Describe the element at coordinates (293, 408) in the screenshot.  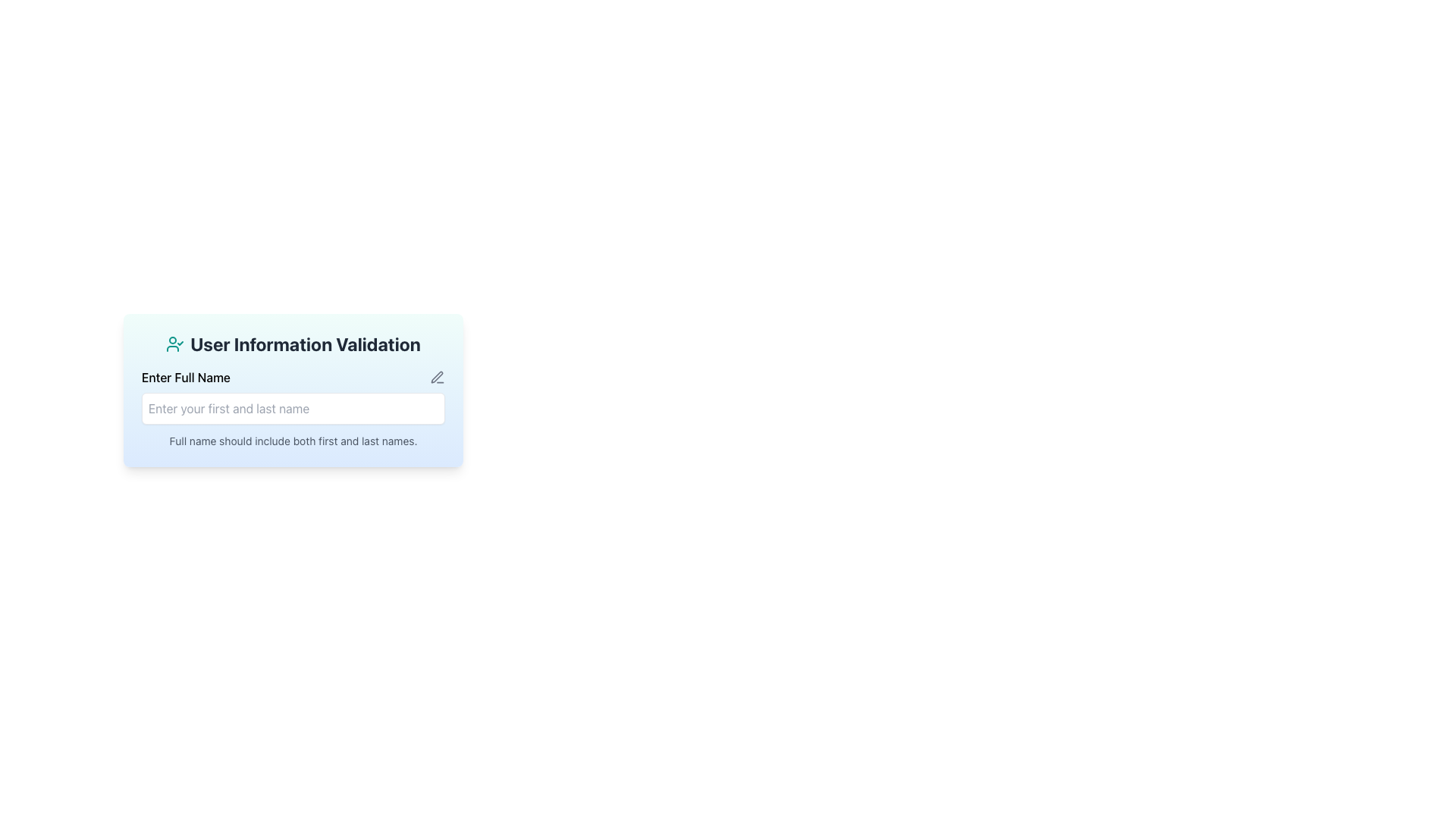
I see `the text input box with rounded borders and placeholder text 'Enter your first and last name' to focus on it` at that location.